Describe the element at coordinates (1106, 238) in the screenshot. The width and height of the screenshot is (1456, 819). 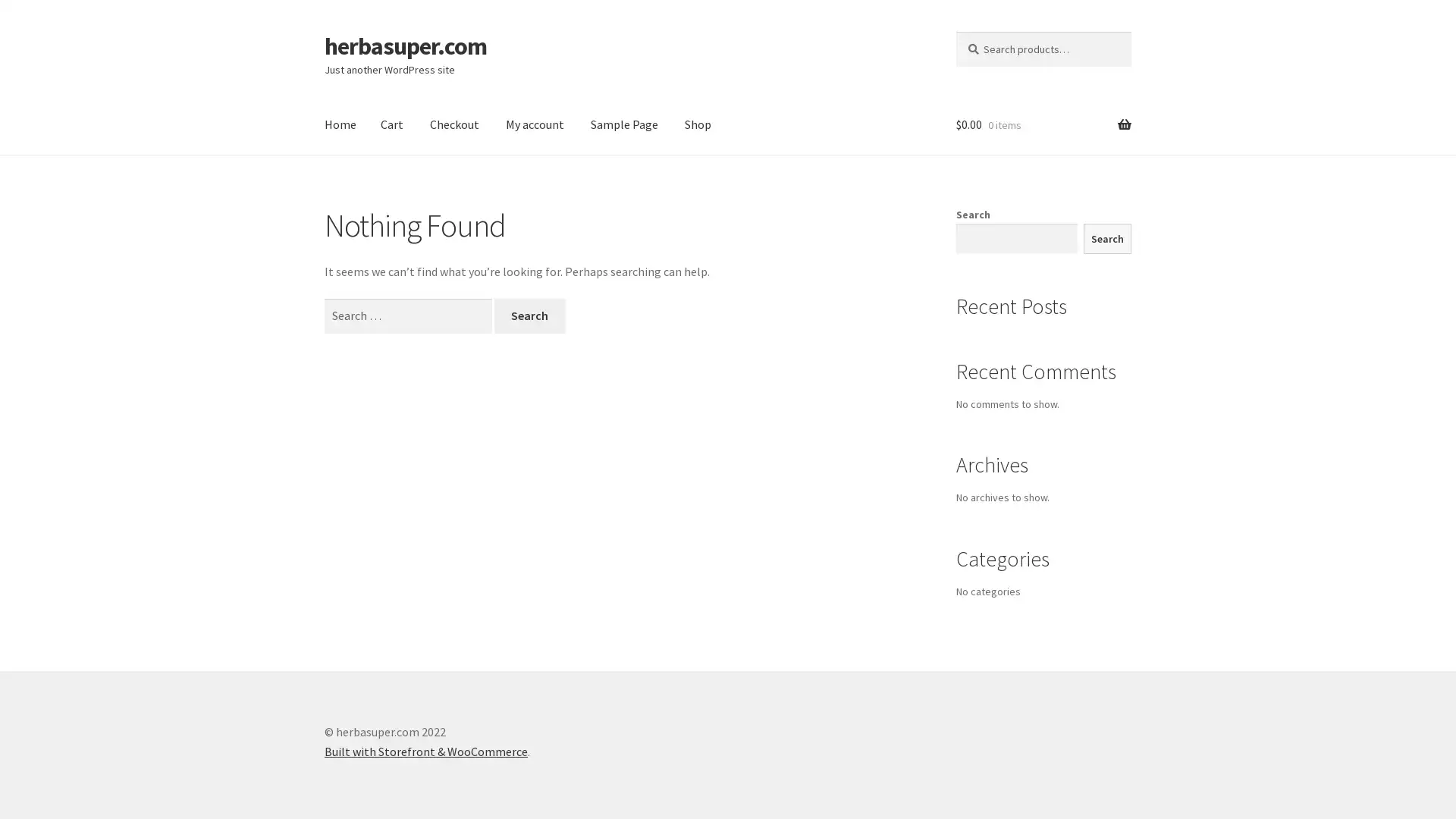
I see `Search` at that location.